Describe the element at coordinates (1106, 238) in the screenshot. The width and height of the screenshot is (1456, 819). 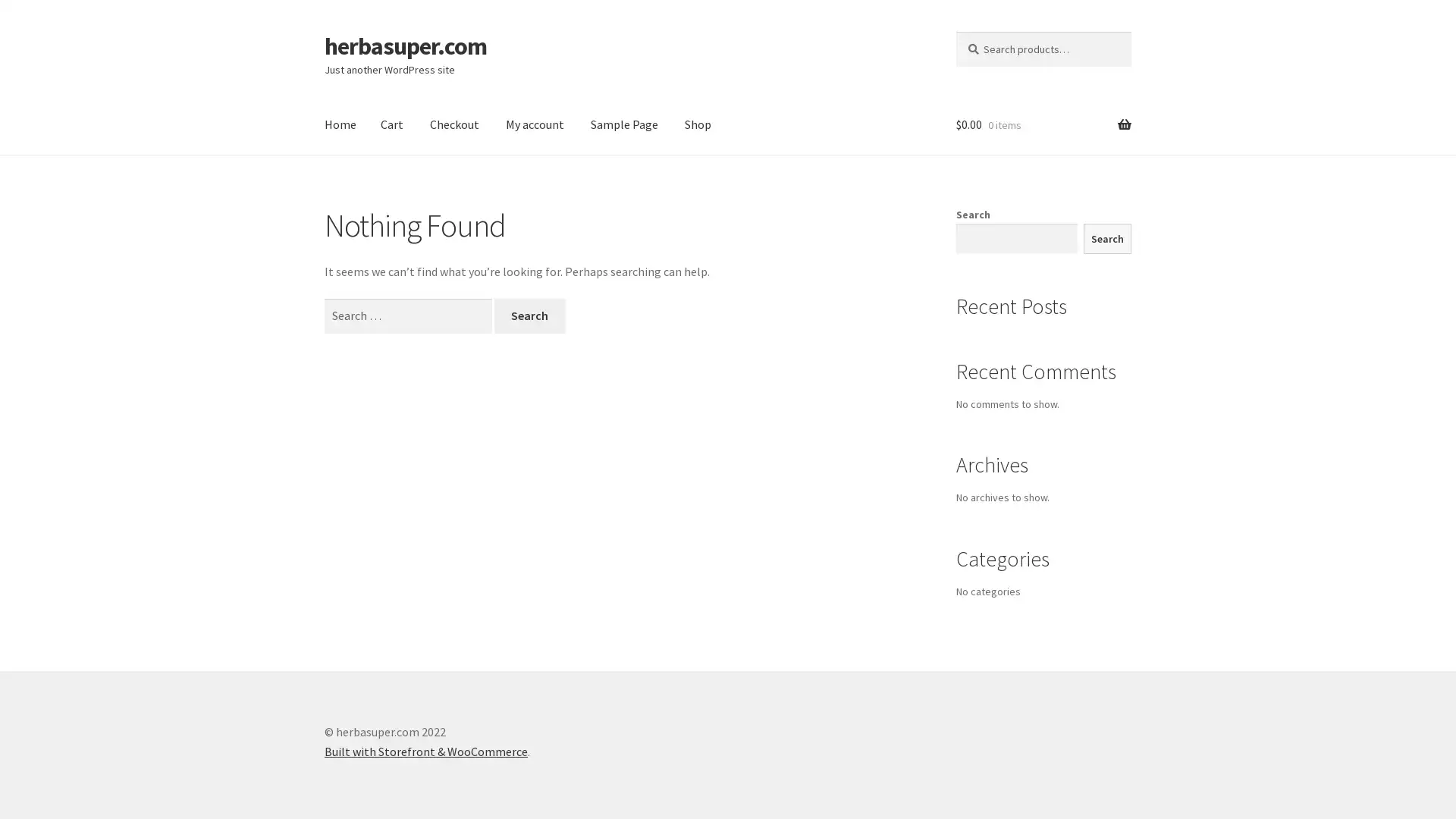
I see `Search` at that location.